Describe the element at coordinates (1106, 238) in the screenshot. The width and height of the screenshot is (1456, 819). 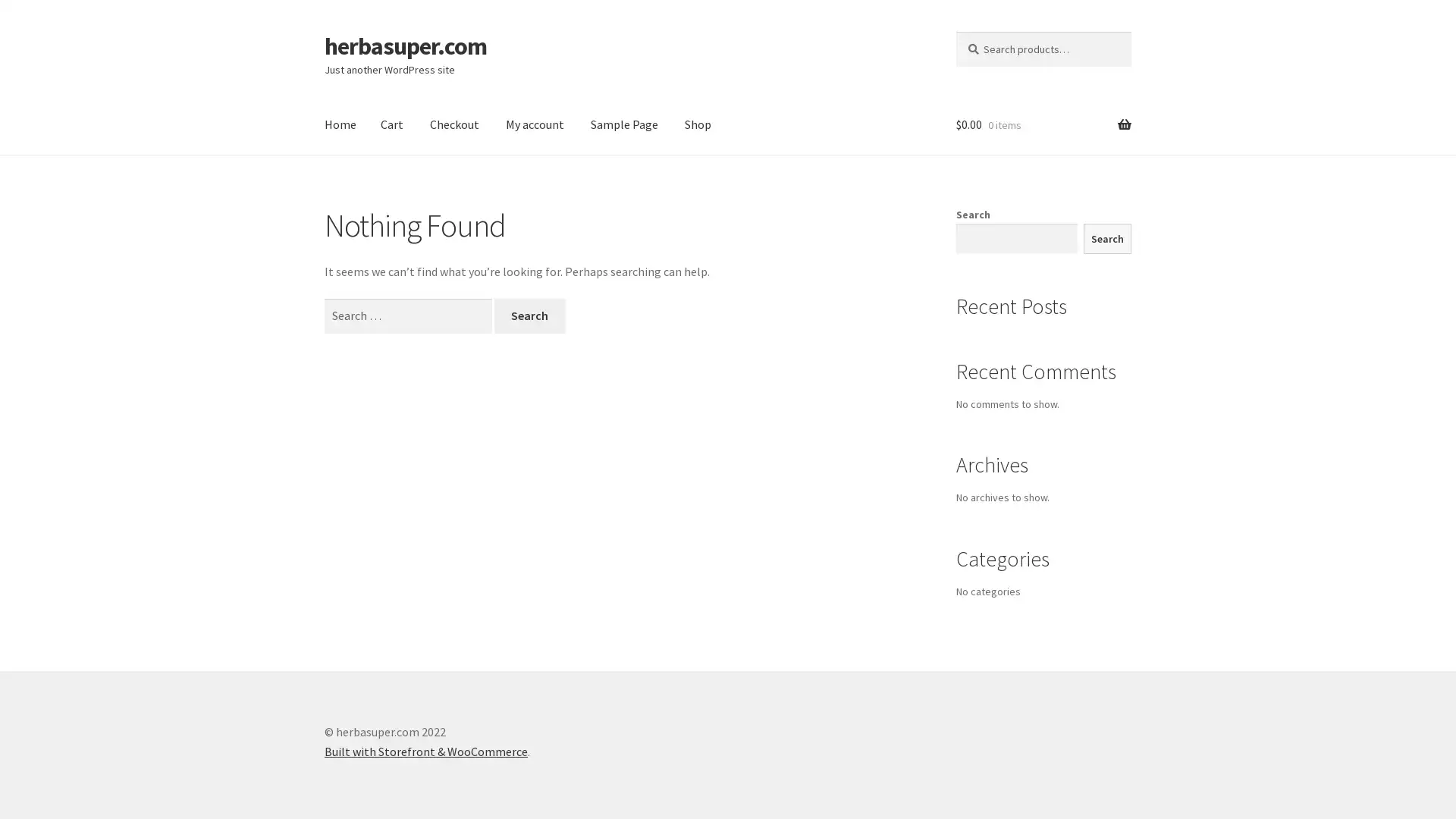
I see `Search` at that location.